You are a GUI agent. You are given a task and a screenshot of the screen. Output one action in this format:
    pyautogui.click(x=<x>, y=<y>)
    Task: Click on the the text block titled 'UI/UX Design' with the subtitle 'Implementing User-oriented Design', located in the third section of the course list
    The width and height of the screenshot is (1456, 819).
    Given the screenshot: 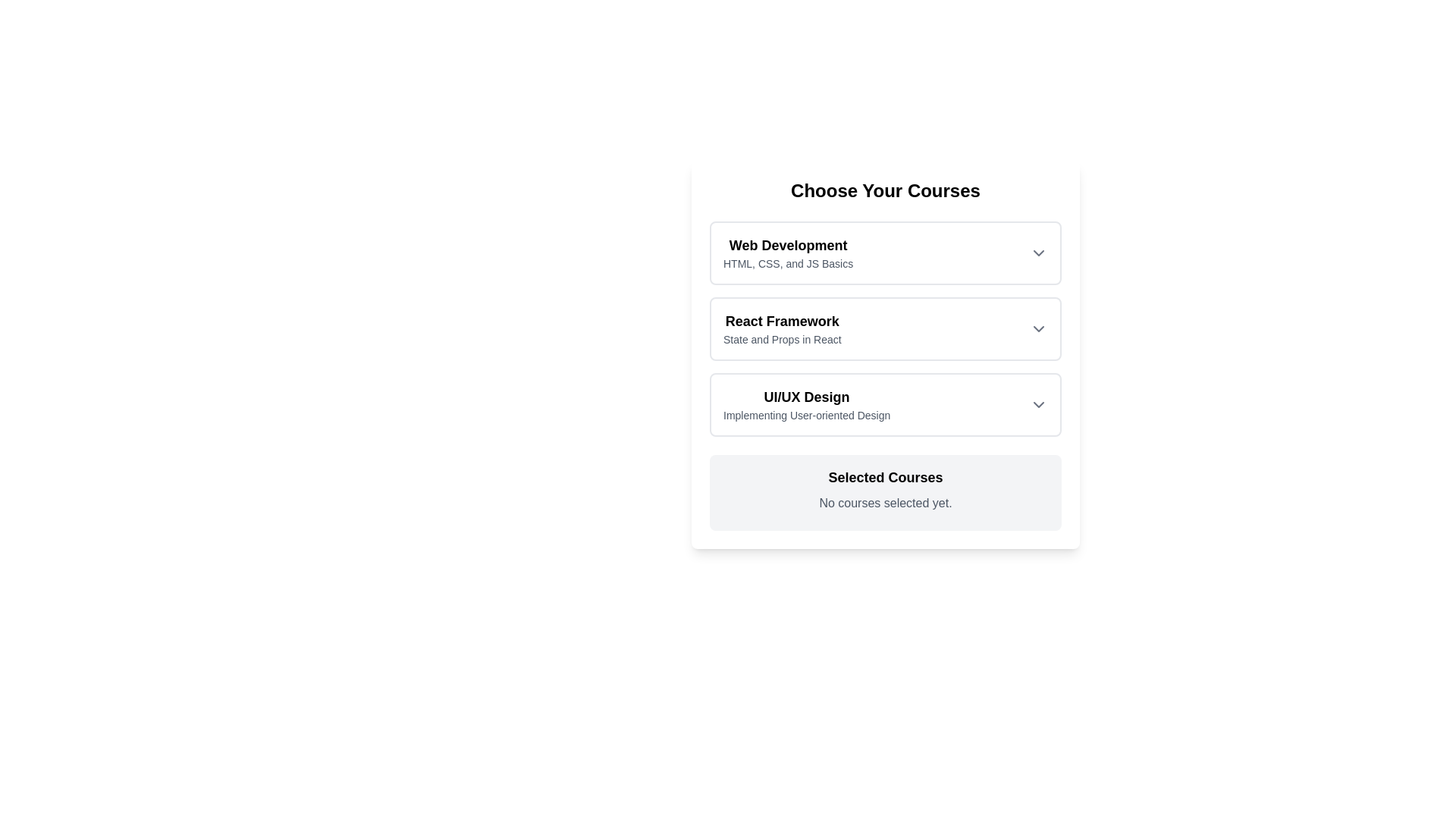 What is the action you would take?
    pyautogui.click(x=806, y=403)
    